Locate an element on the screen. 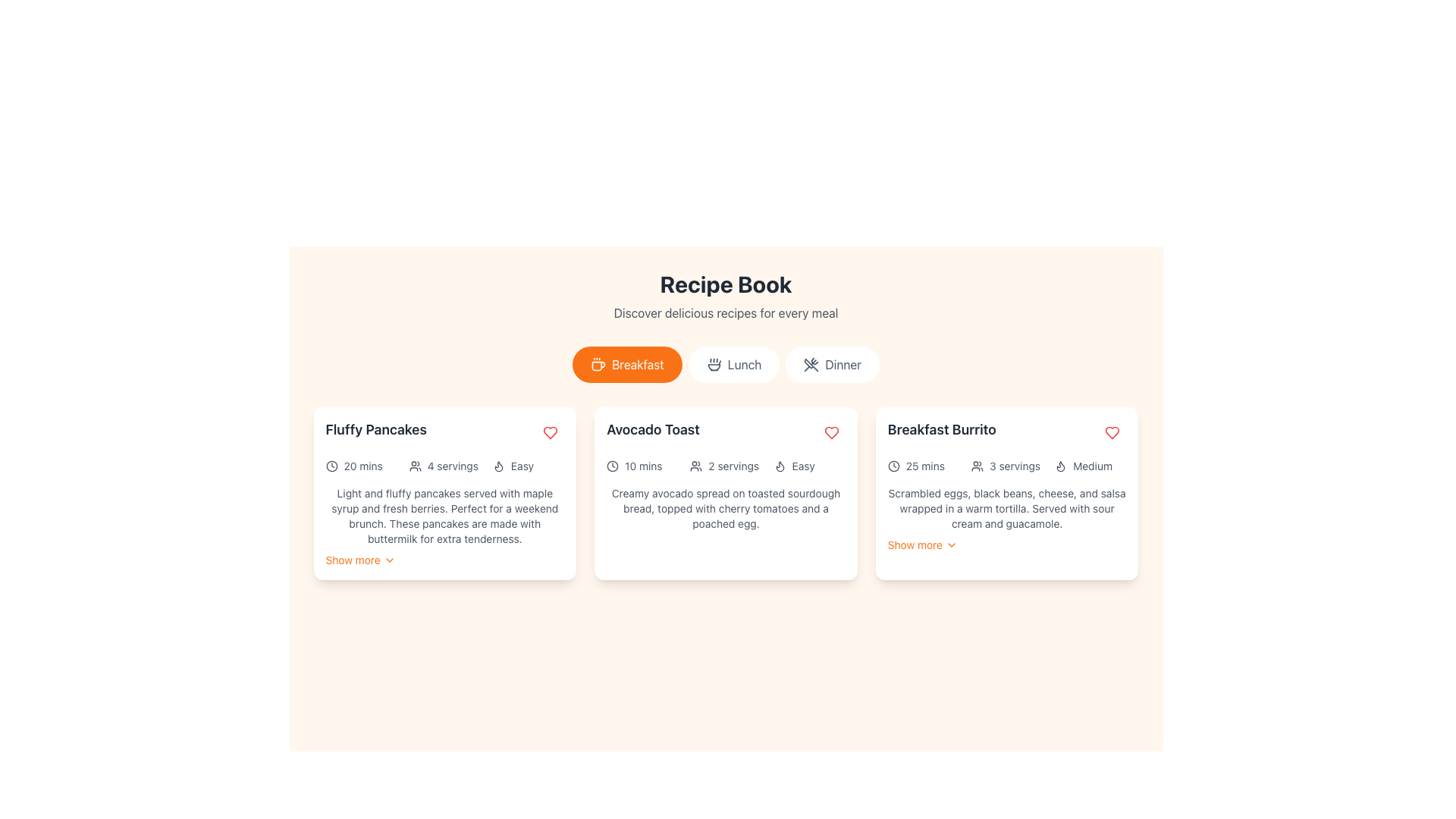  the downward-facing chevron icon located near the 'Show more' text for visual feedback is located at coordinates (389, 560).